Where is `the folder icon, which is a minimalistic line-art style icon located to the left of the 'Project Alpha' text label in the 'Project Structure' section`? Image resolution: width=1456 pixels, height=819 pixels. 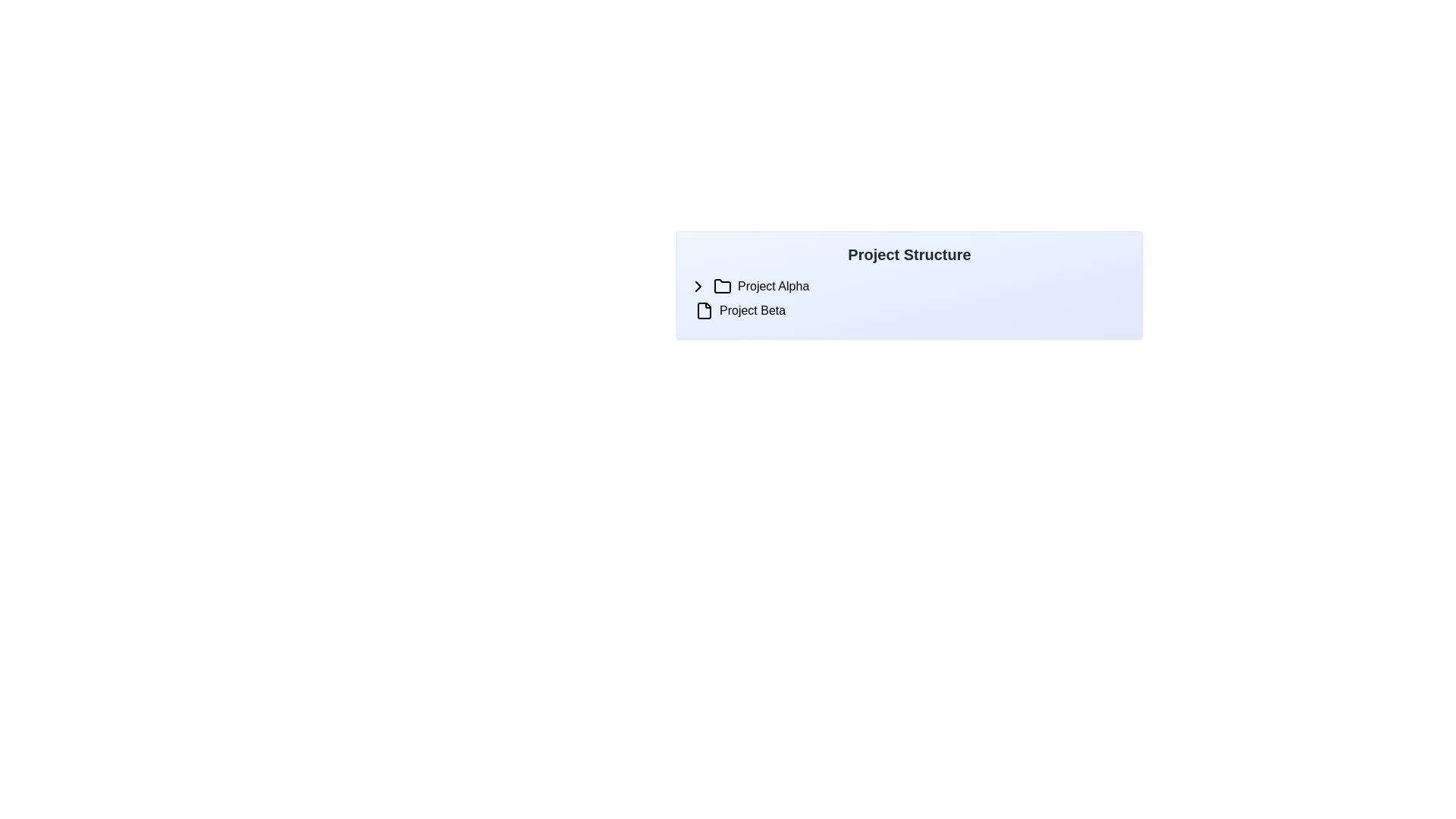 the folder icon, which is a minimalistic line-art style icon located to the left of the 'Project Alpha' text label in the 'Project Structure' section is located at coordinates (722, 286).